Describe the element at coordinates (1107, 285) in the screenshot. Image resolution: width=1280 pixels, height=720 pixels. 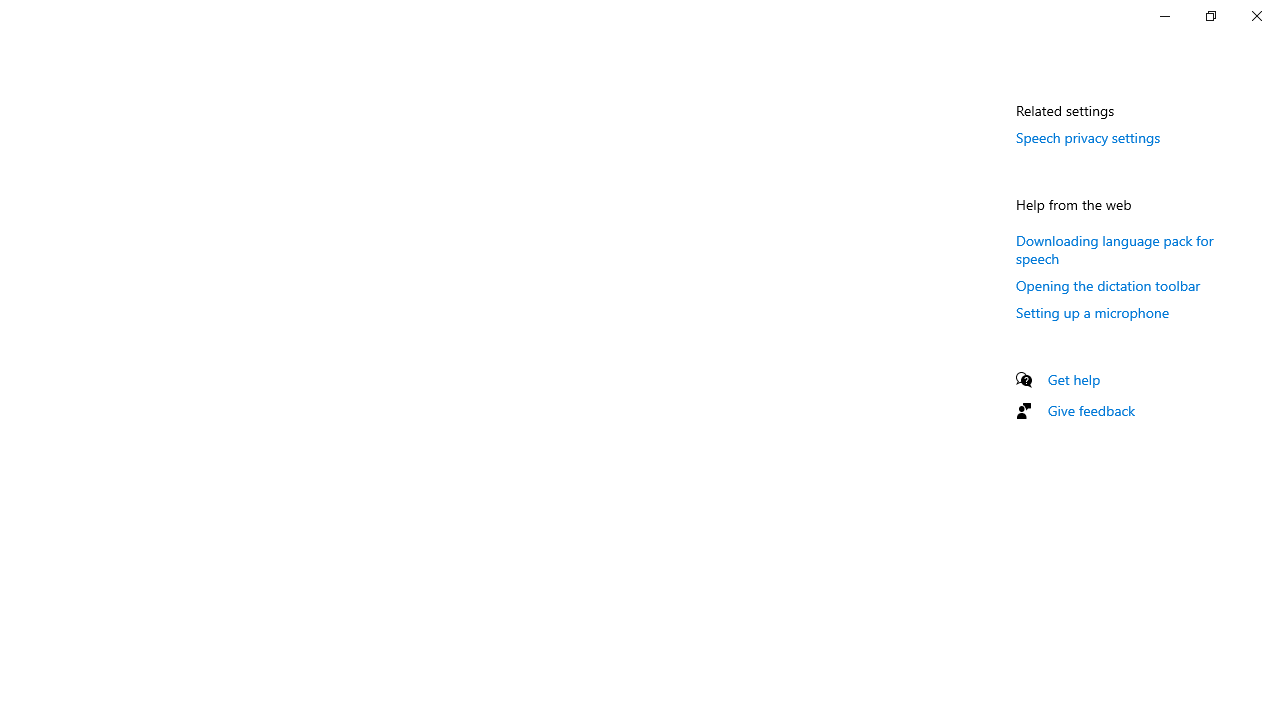
I see `'Opening the dictation toolbar'` at that location.